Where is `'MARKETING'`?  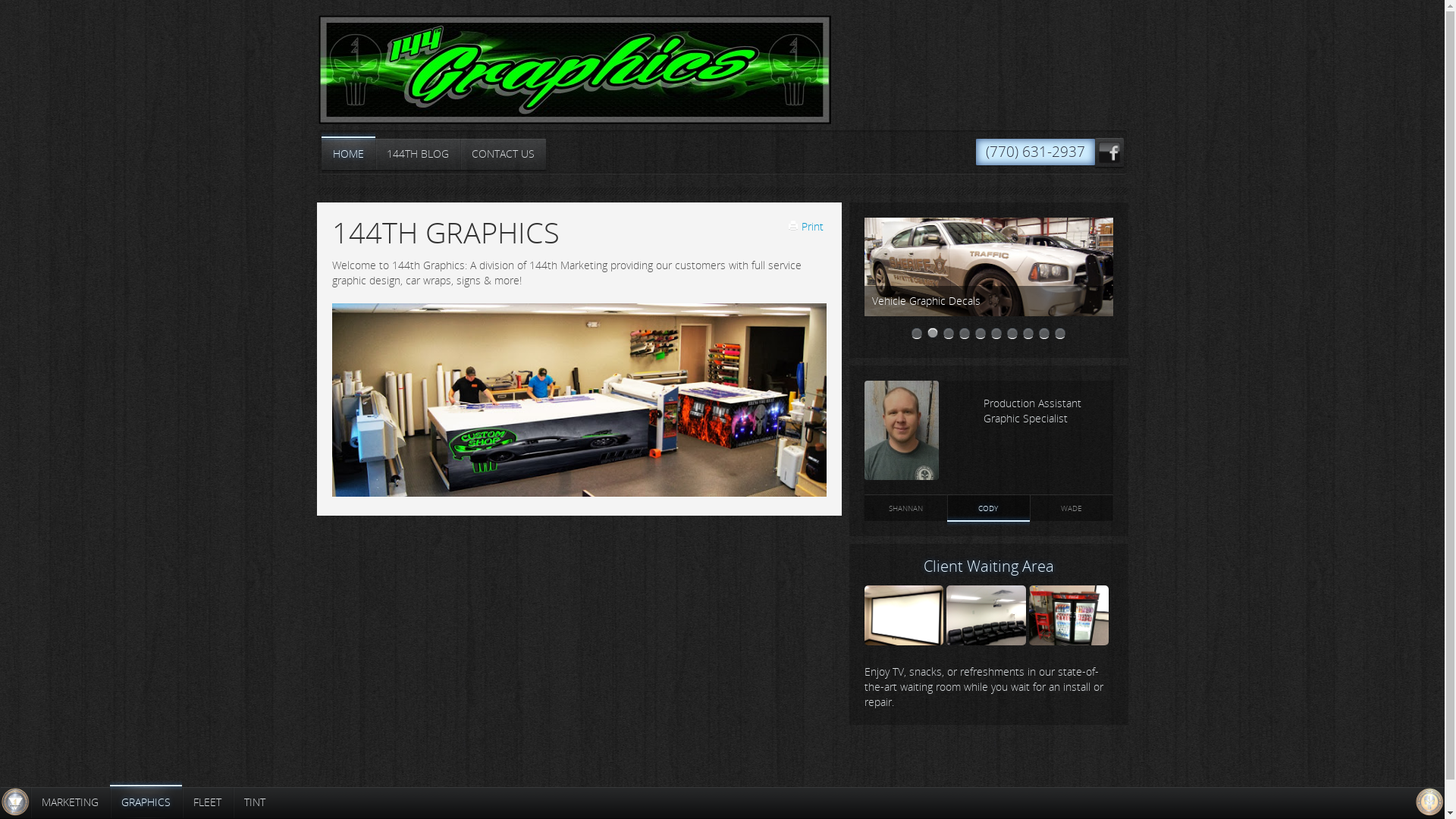
'MARKETING' is located at coordinates (69, 802).